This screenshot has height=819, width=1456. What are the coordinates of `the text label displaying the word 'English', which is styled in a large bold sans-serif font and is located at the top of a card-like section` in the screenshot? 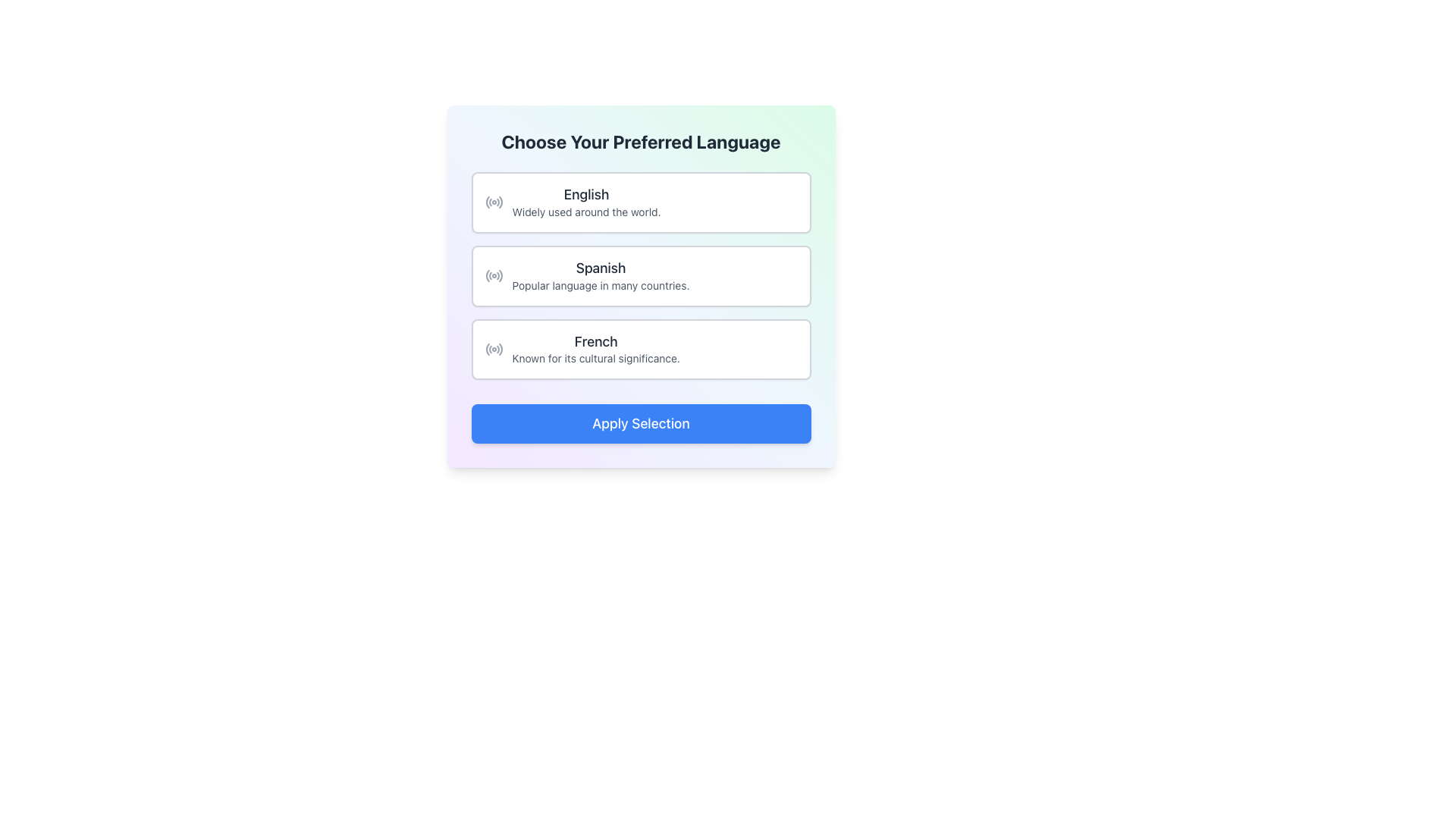 It's located at (585, 194).